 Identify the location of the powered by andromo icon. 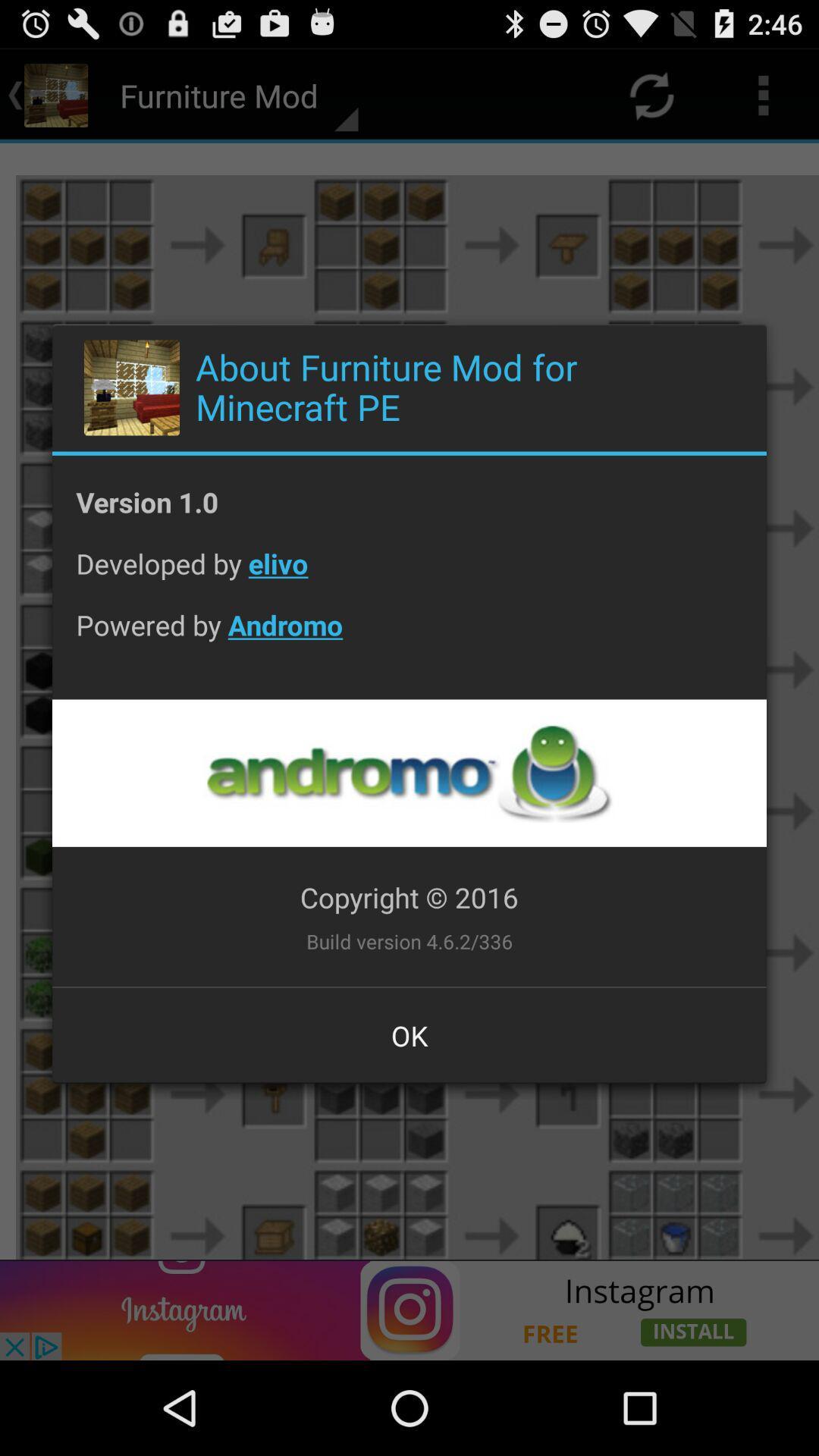
(409, 637).